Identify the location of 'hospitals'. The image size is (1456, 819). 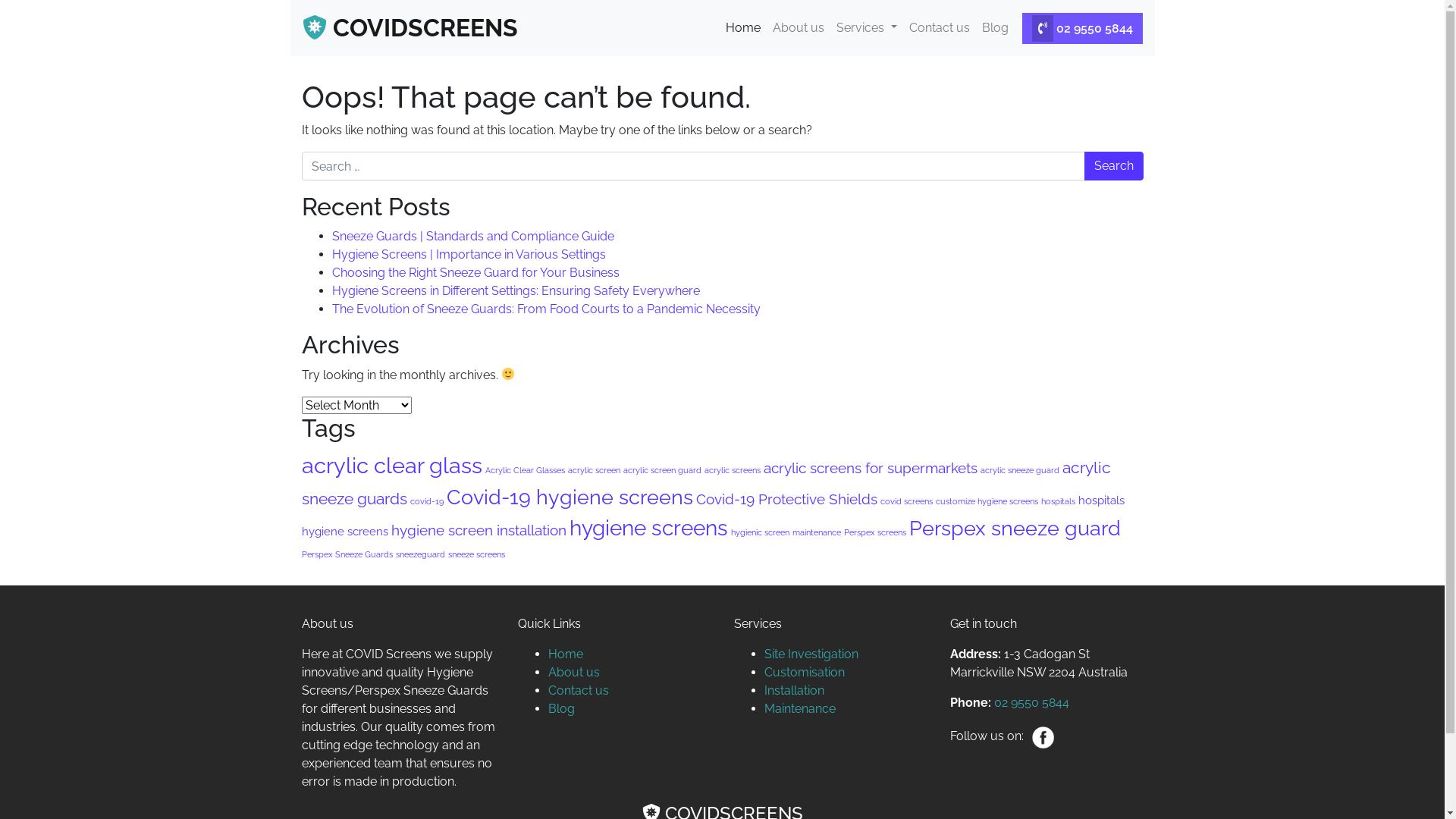
(1056, 500).